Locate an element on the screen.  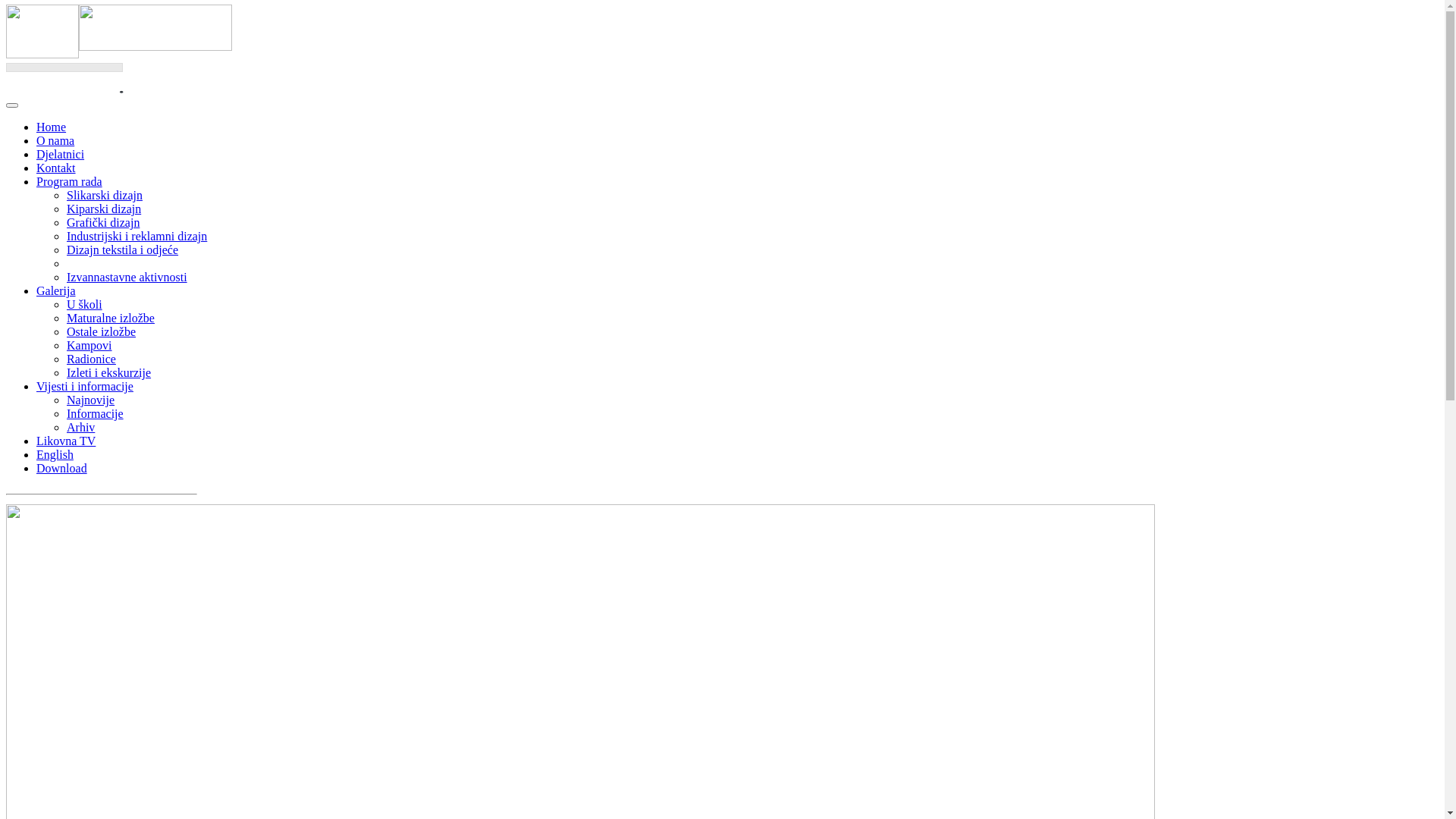
'Galerija' is located at coordinates (55, 290).